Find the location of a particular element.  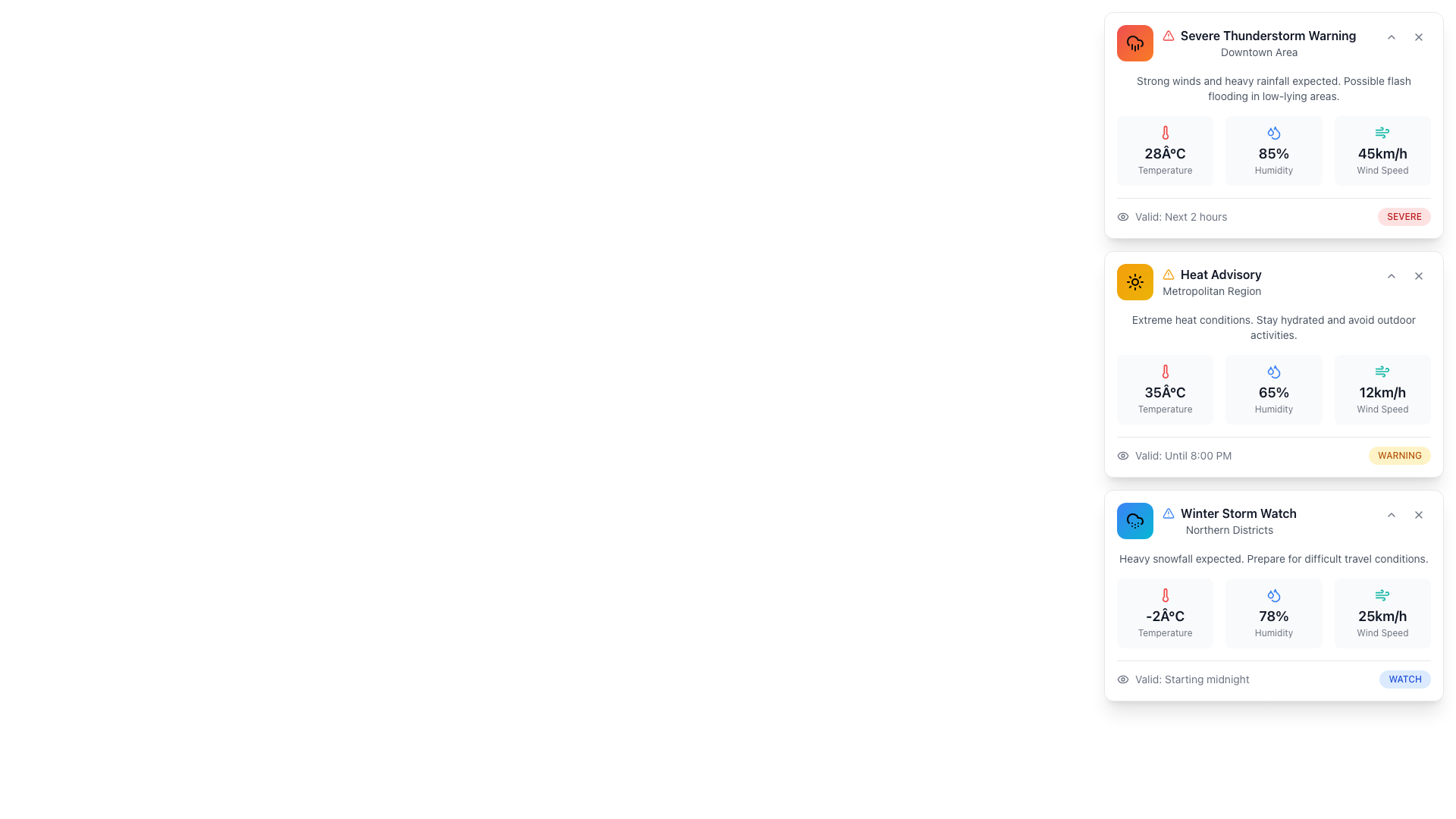

the cloud icon with rain drops below it, which is located in the top left area of the first weather warning card, adjacent to the text 'Severe Thunderstorm Warning' is located at coordinates (1135, 42).